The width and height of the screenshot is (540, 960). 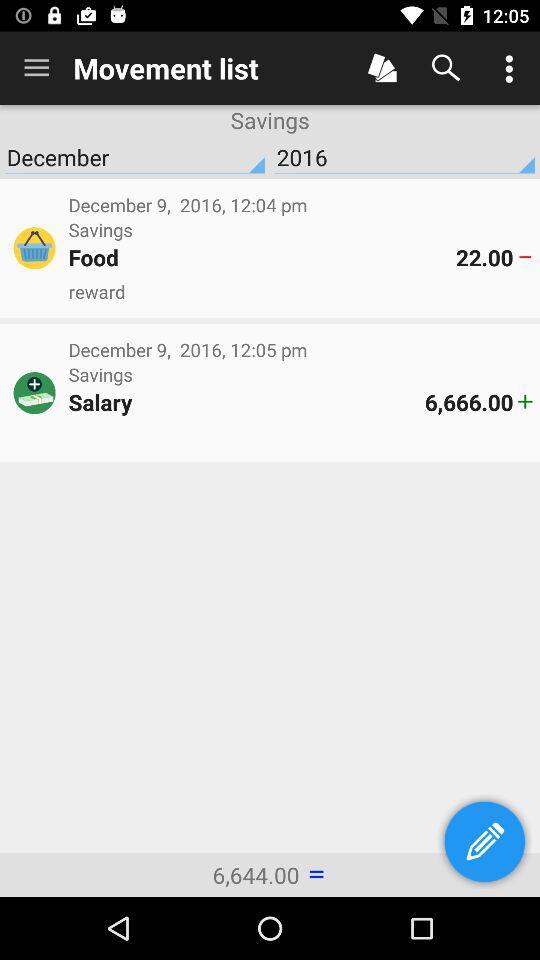 What do you see at coordinates (262, 256) in the screenshot?
I see `the icon to the left of the 22.00 item` at bounding box center [262, 256].